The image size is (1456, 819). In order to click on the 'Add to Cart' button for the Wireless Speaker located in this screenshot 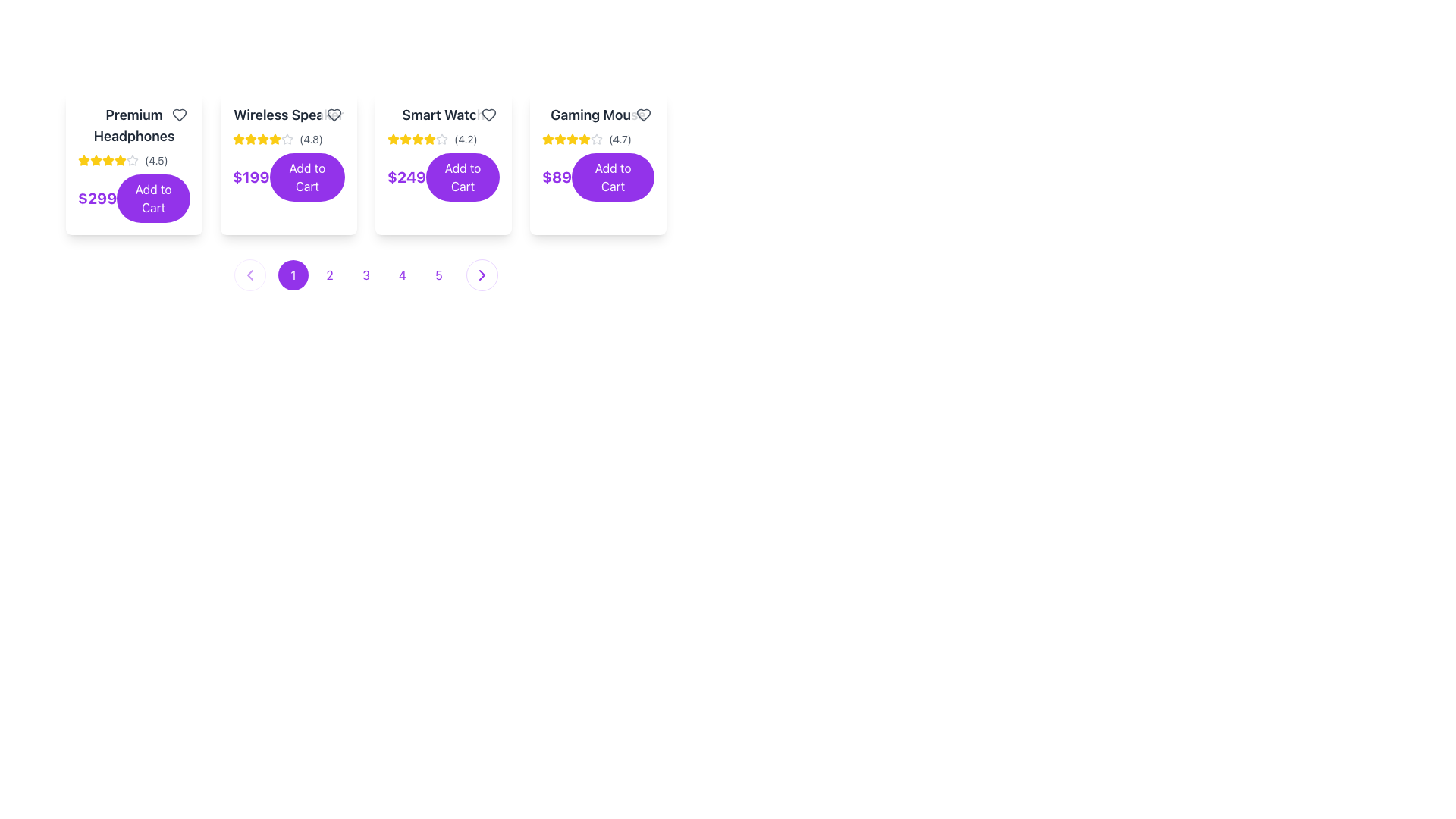, I will do `click(306, 177)`.